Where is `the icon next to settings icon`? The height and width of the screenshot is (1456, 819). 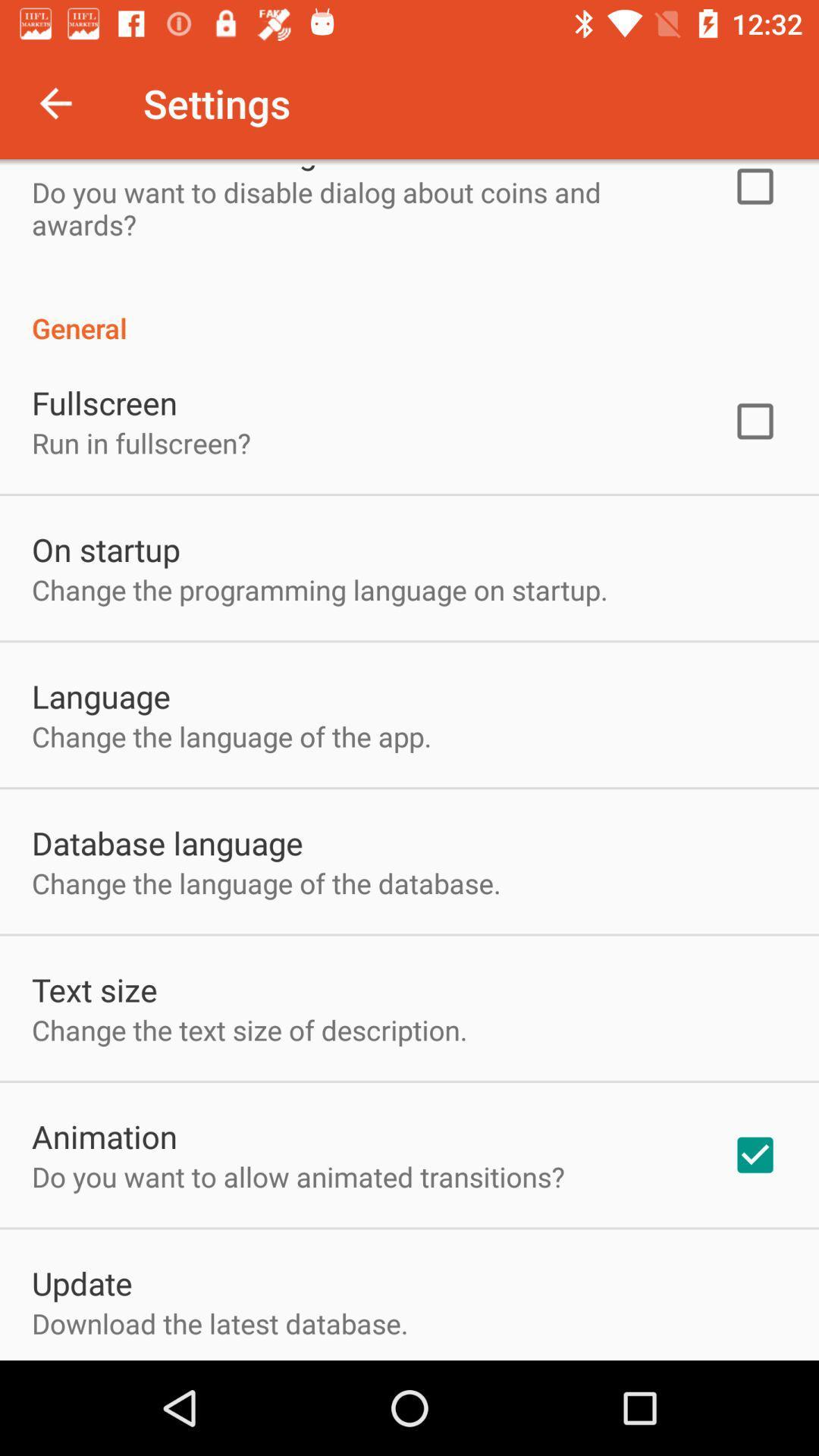 the icon next to settings icon is located at coordinates (55, 102).